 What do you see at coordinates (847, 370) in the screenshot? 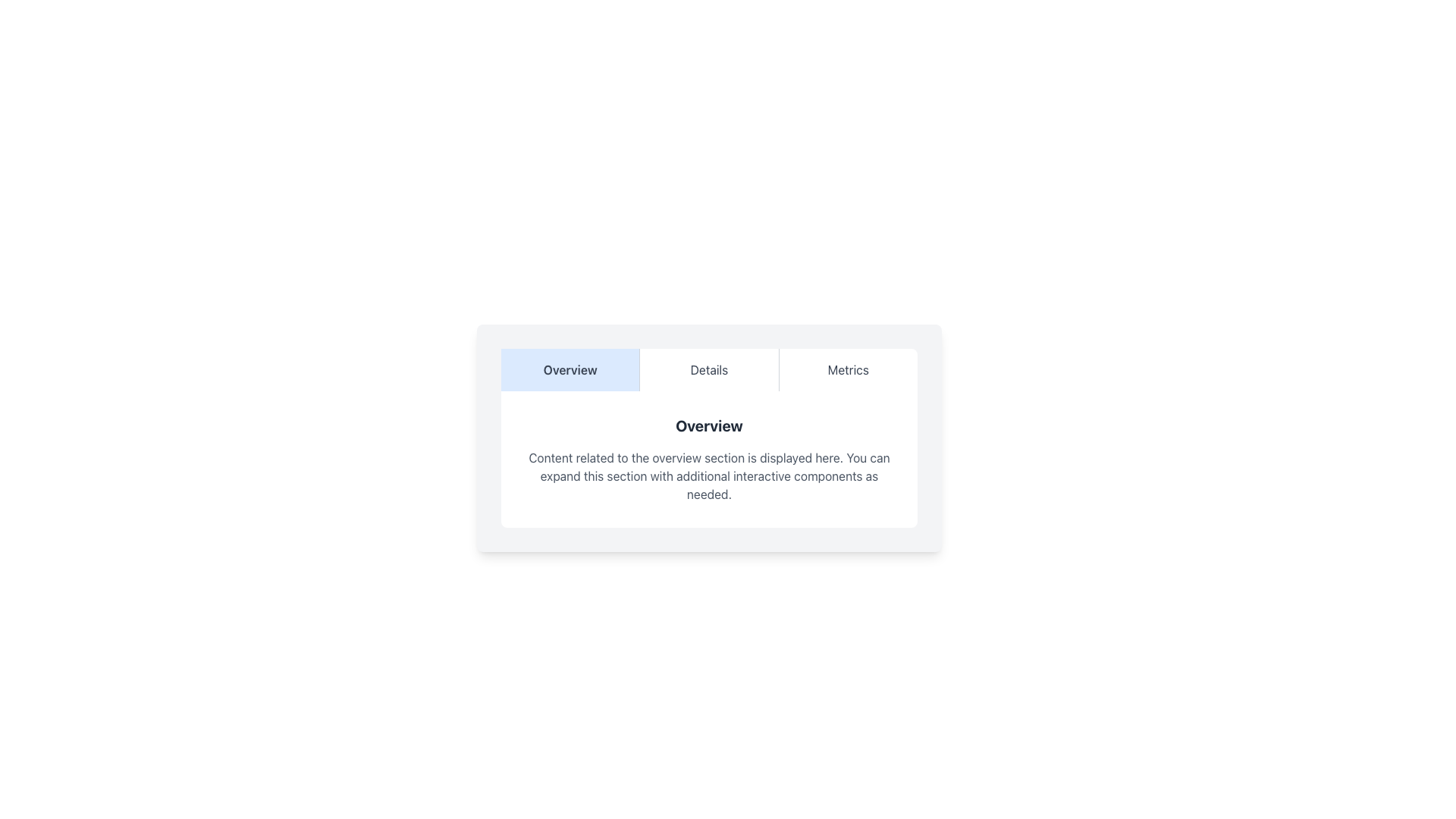
I see `the 'Metrics' tab, which is the third tab in the navigation section at the top center of the page` at bounding box center [847, 370].